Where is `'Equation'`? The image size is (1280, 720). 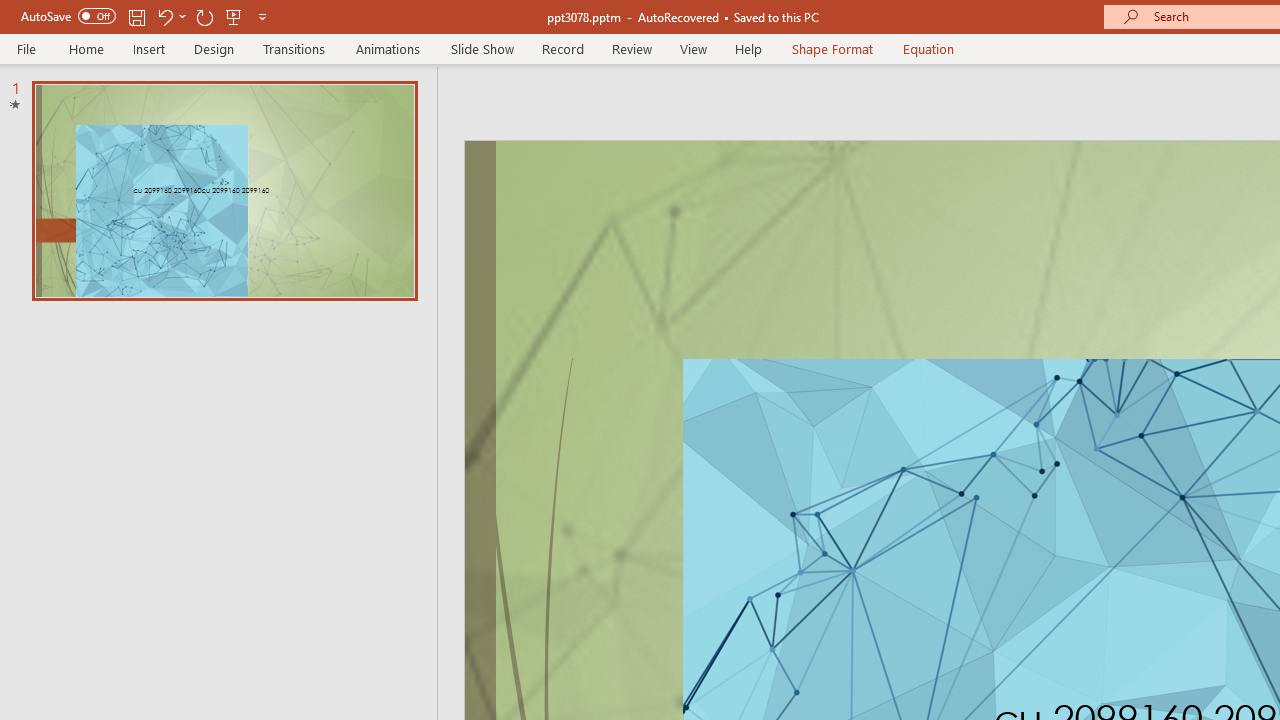 'Equation' is located at coordinates (928, 48).